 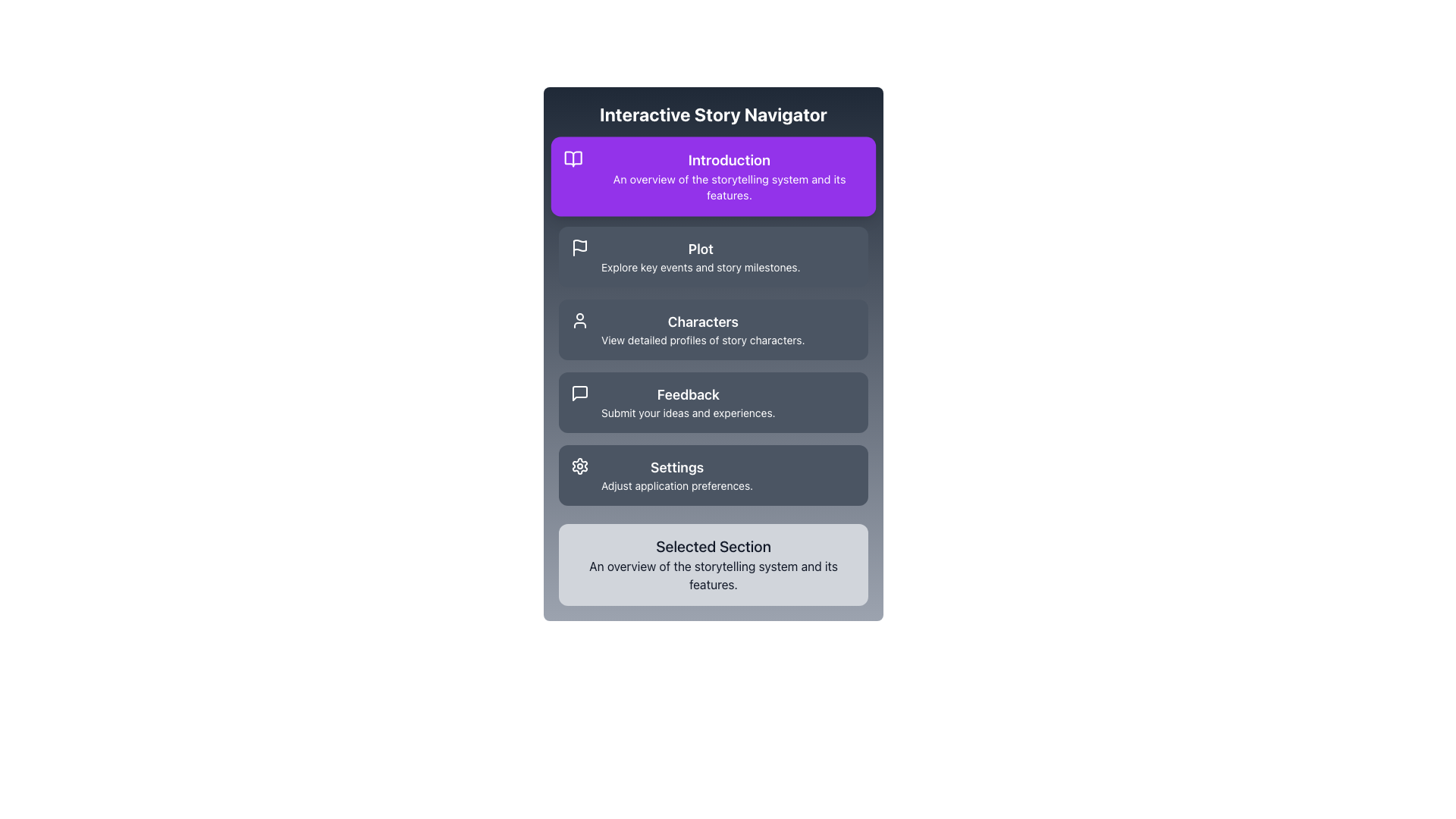 I want to click on the white flag icon with a pole, which is located on a dark gray button-like background in the 'Plot' section of the second button from the top, so click(x=579, y=247).